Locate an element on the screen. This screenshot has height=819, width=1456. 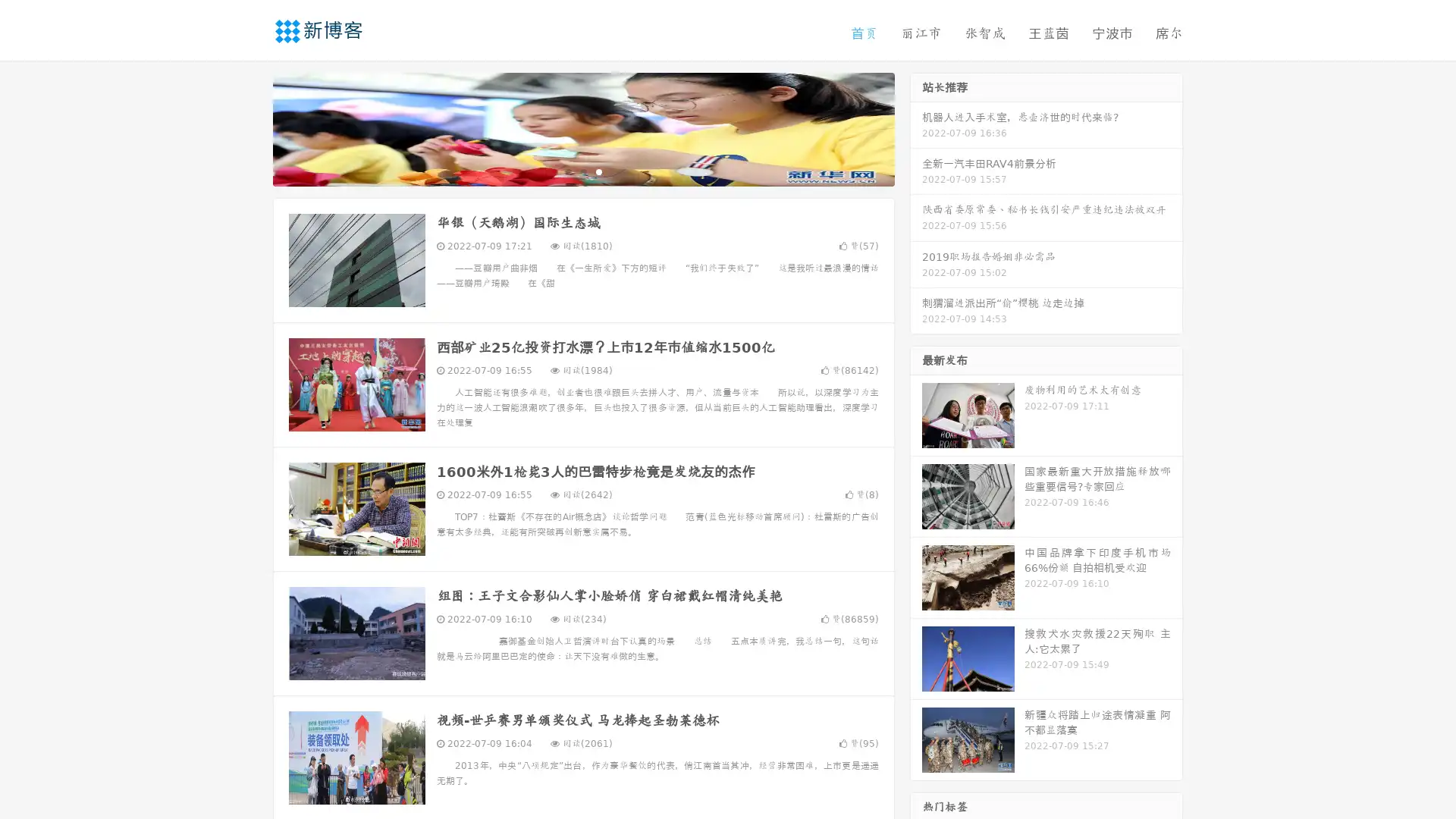
Next slide is located at coordinates (916, 127).